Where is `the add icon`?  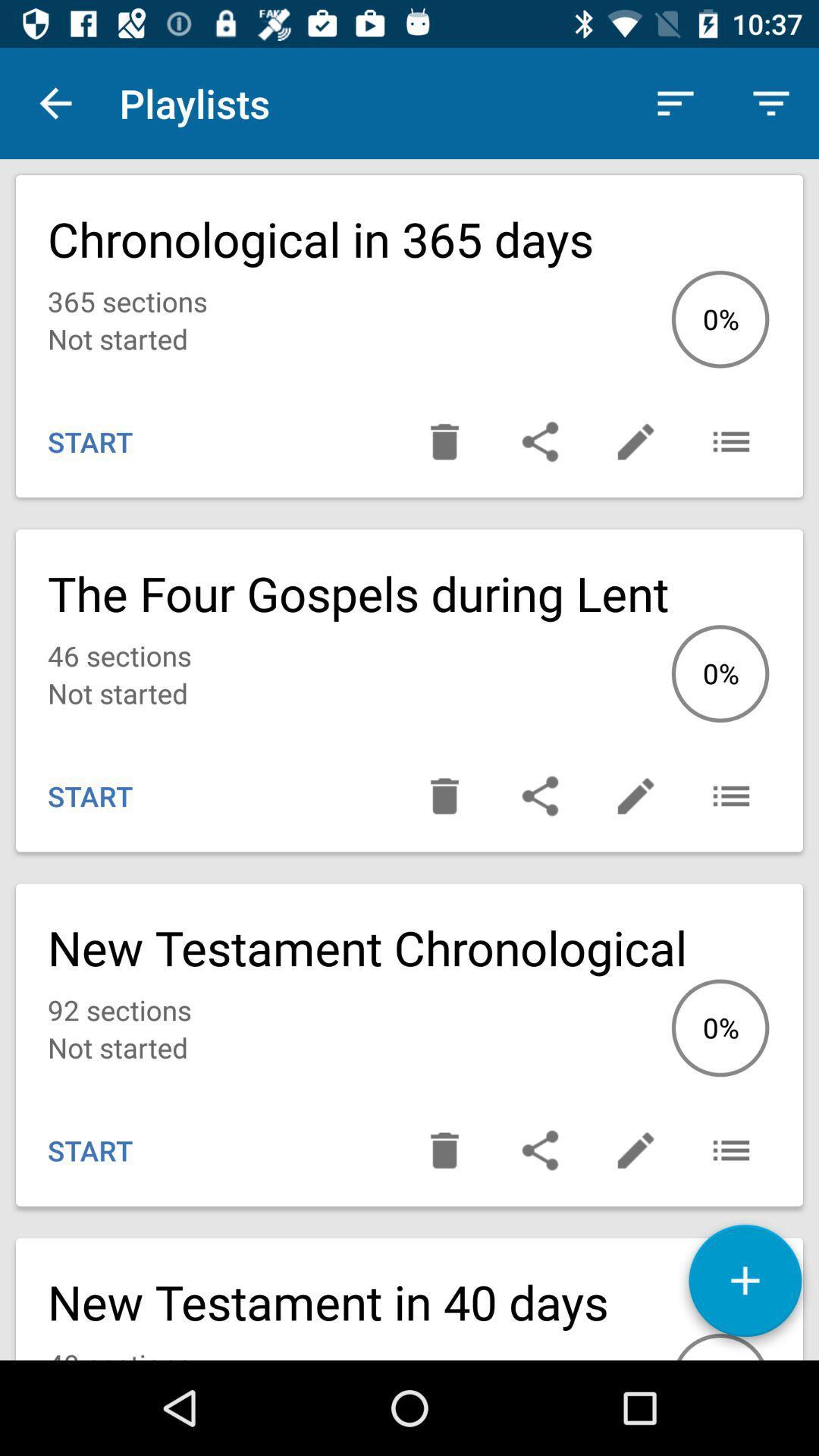 the add icon is located at coordinates (744, 1285).